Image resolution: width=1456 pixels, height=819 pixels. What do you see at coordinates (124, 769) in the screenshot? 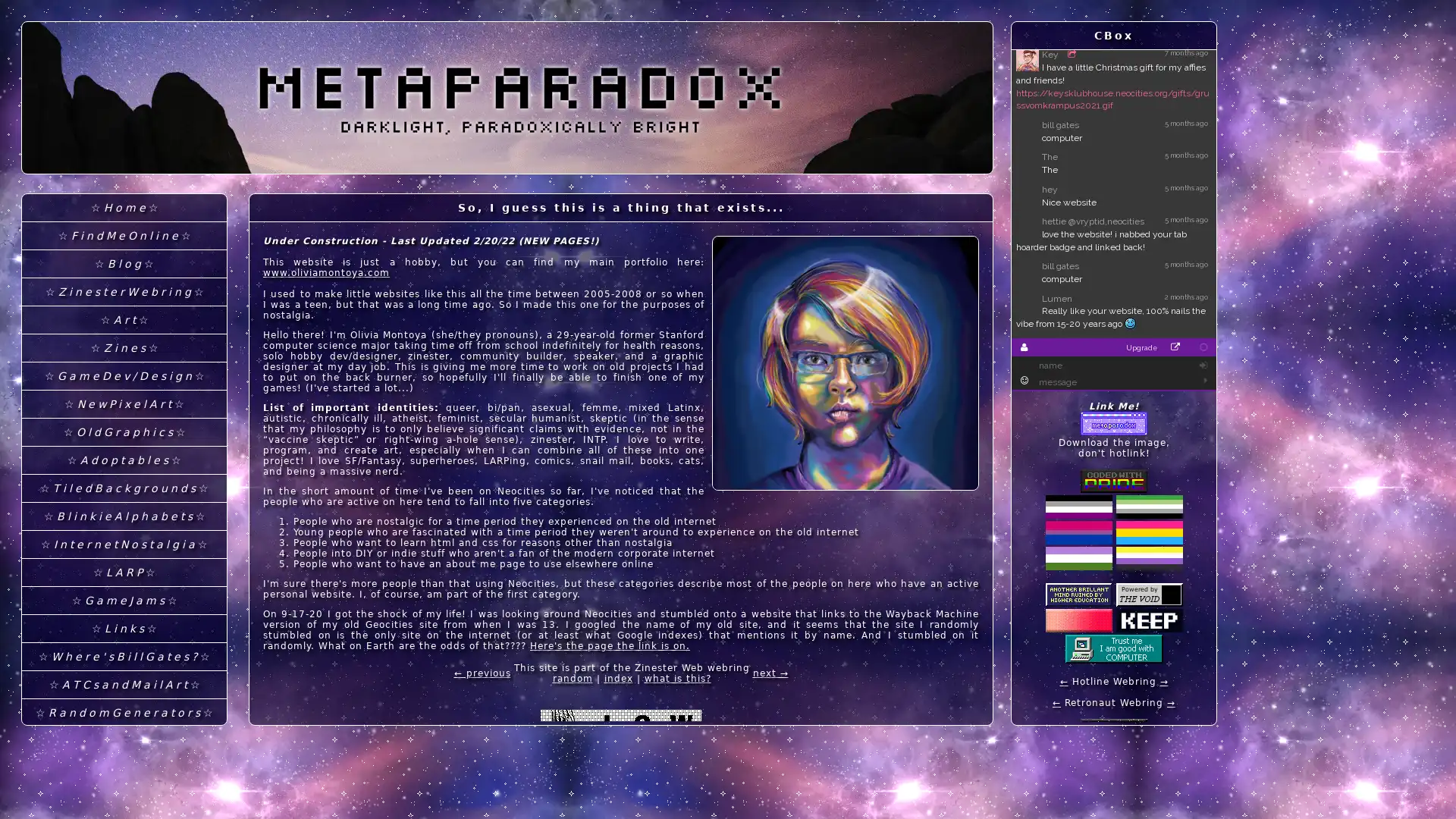
I see `A d o p t e d G r a p h i c s` at bounding box center [124, 769].